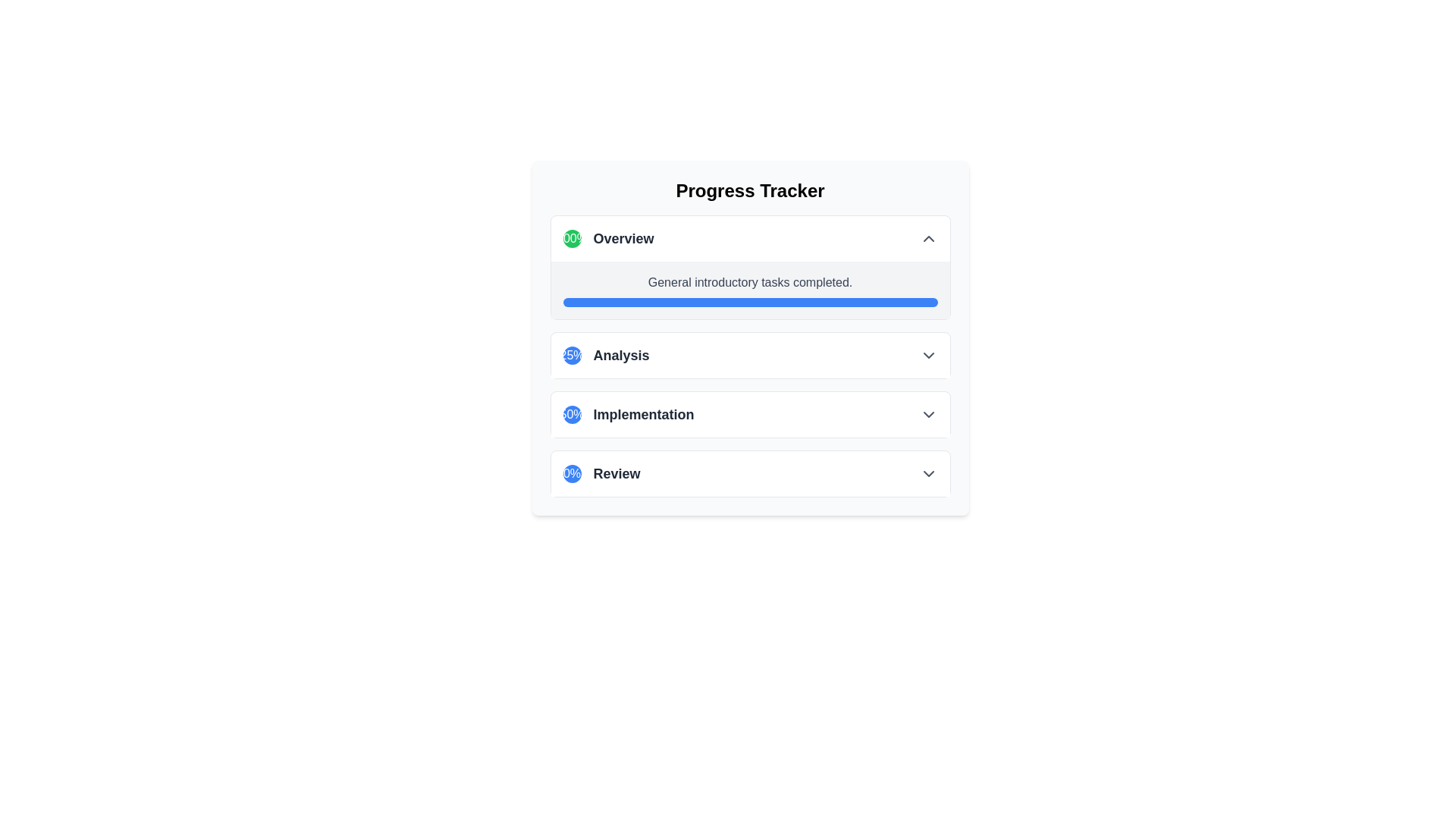  Describe the element at coordinates (750, 290) in the screenshot. I see `the progress percentage from the progress bar located below the 'Overview' header in the progress tracker component` at that location.